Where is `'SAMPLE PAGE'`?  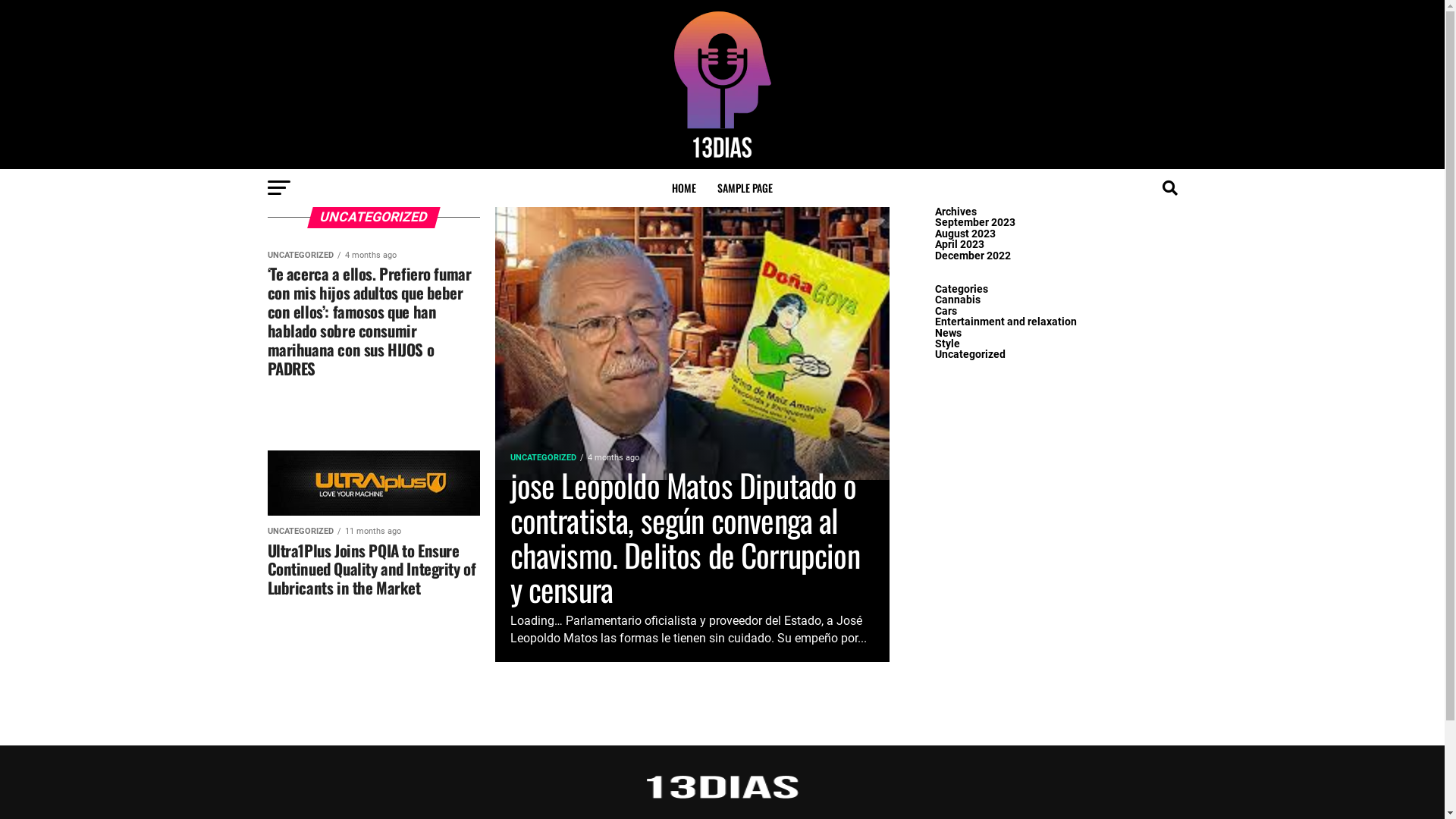 'SAMPLE PAGE' is located at coordinates (745, 187).